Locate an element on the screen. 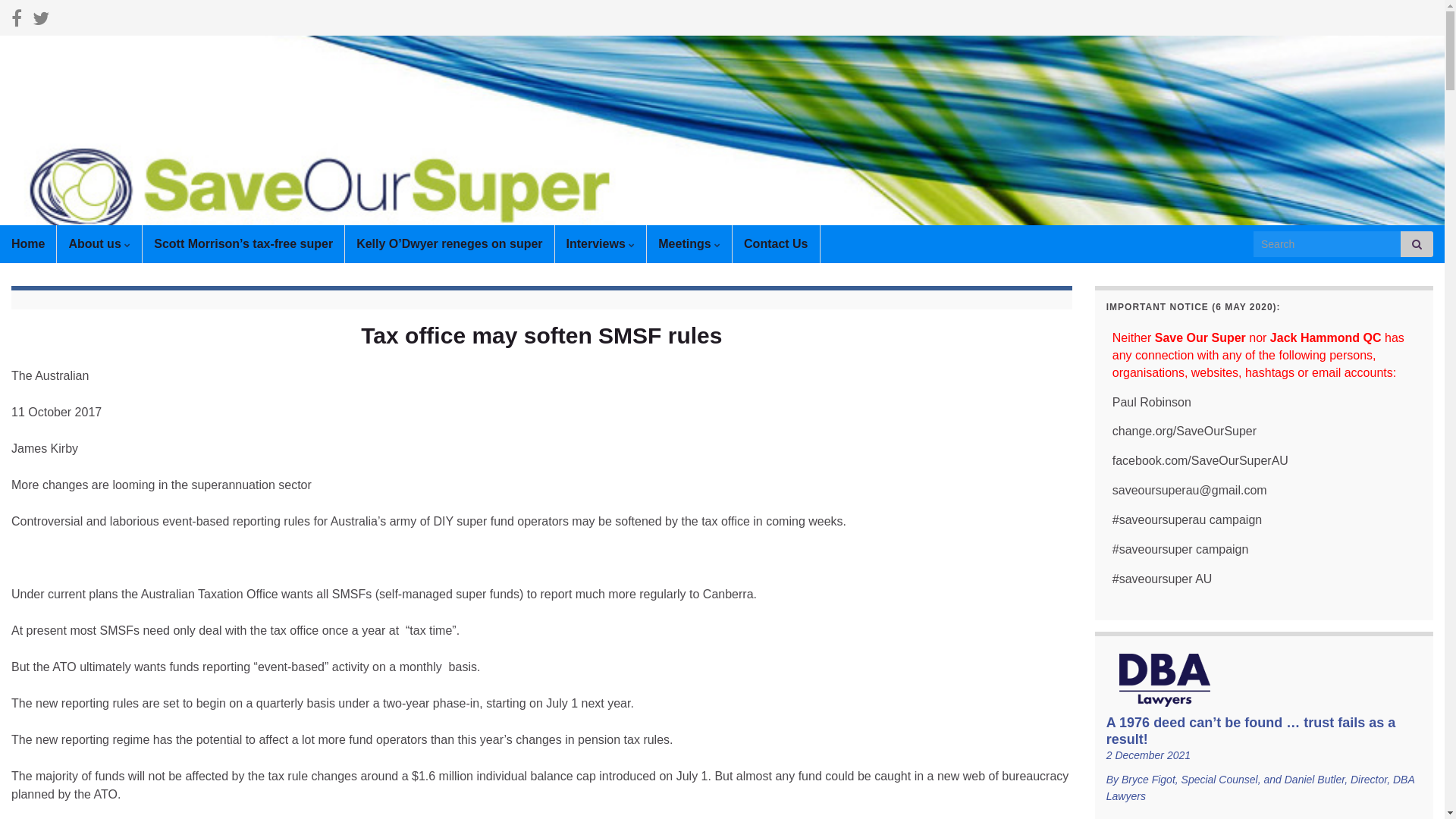  'Meetings' is located at coordinates (688, 243).